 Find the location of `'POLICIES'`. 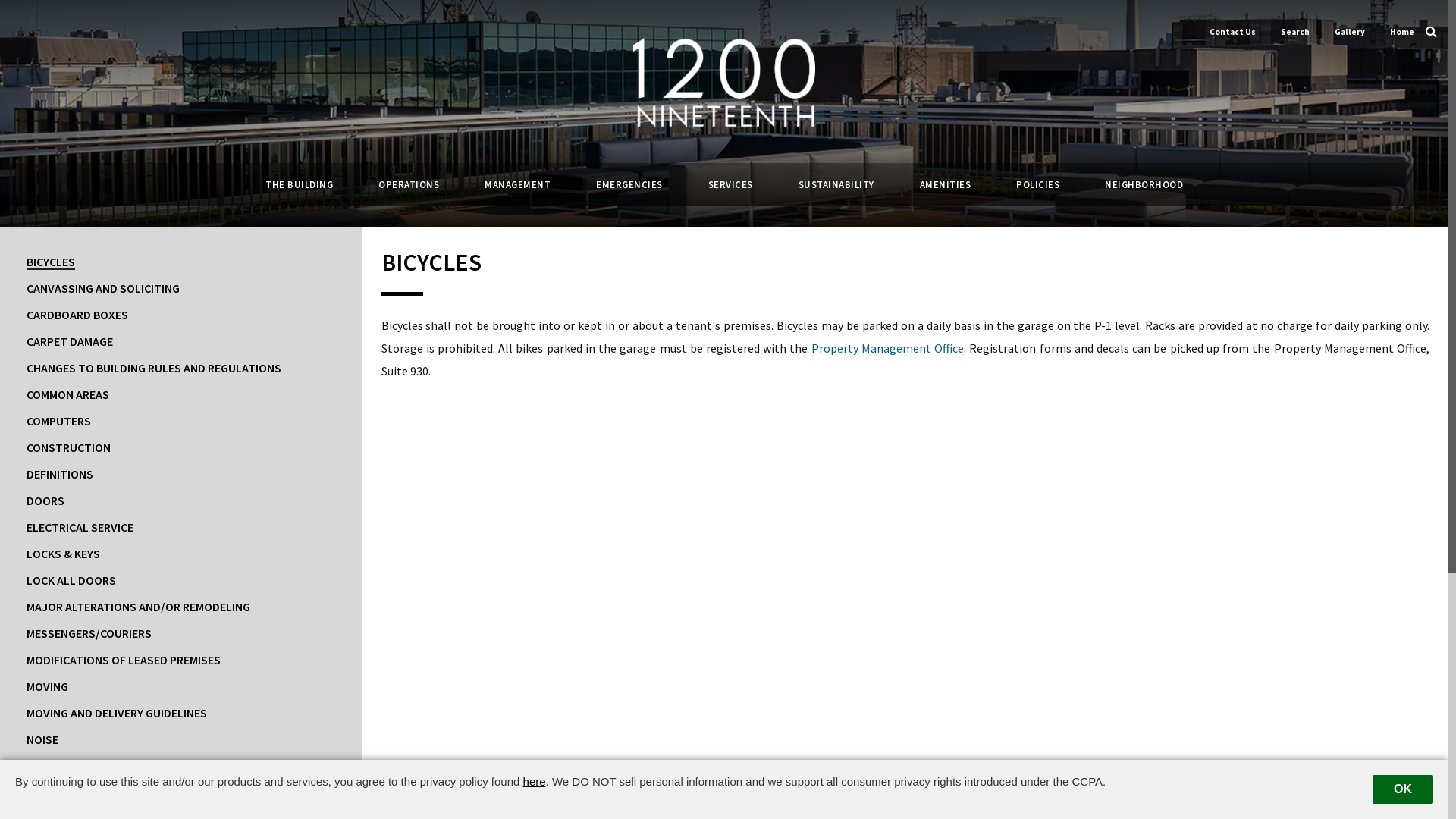

'POLICIES' is located at coordinates (1015, 184).